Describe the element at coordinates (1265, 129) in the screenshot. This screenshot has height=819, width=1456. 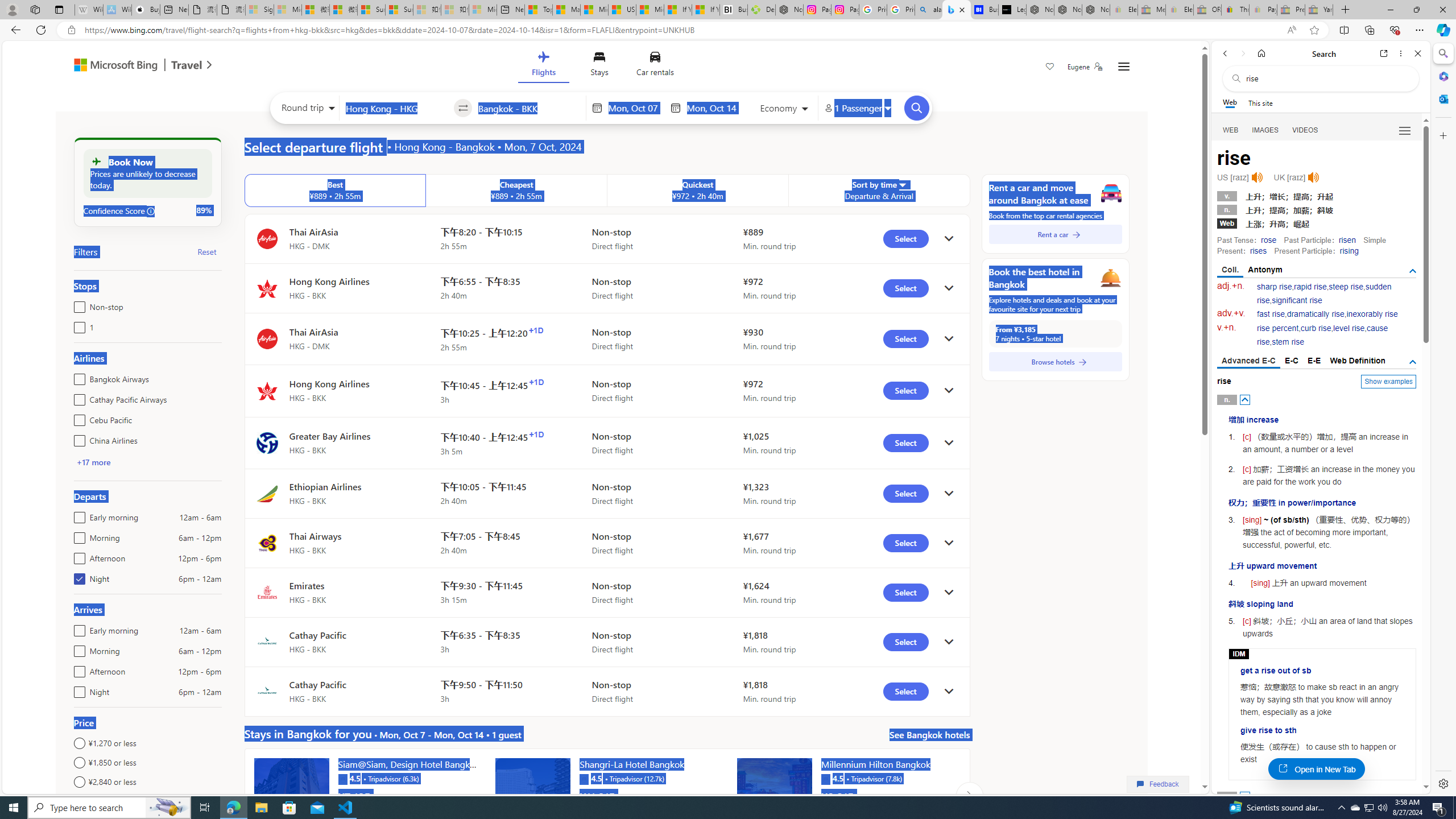
I see `'Search Filter, IMAGES'` at that location.